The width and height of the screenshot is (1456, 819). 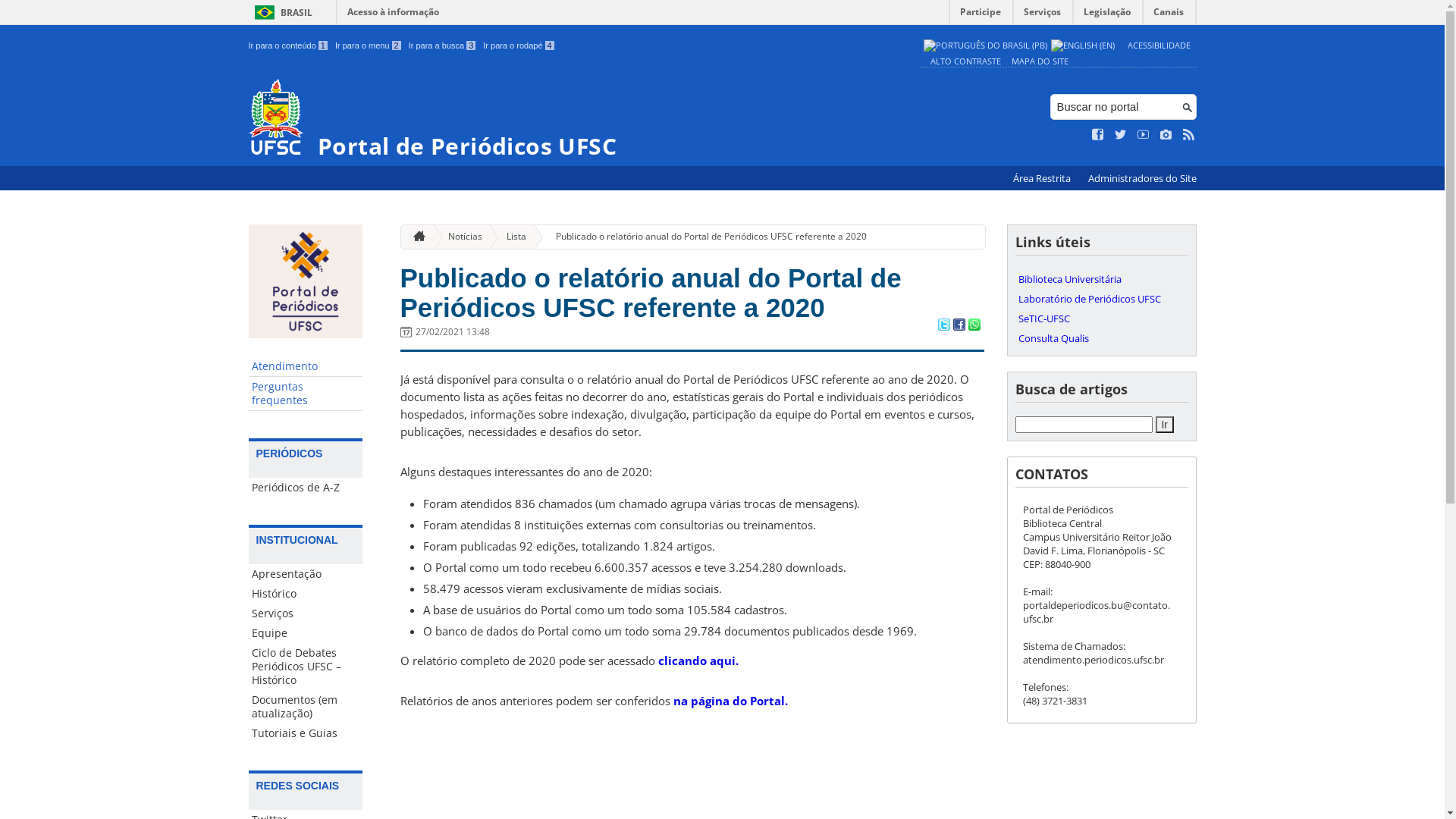 I want to click on 'ACESSIBILIDADE', so click(x=1158, y=44).